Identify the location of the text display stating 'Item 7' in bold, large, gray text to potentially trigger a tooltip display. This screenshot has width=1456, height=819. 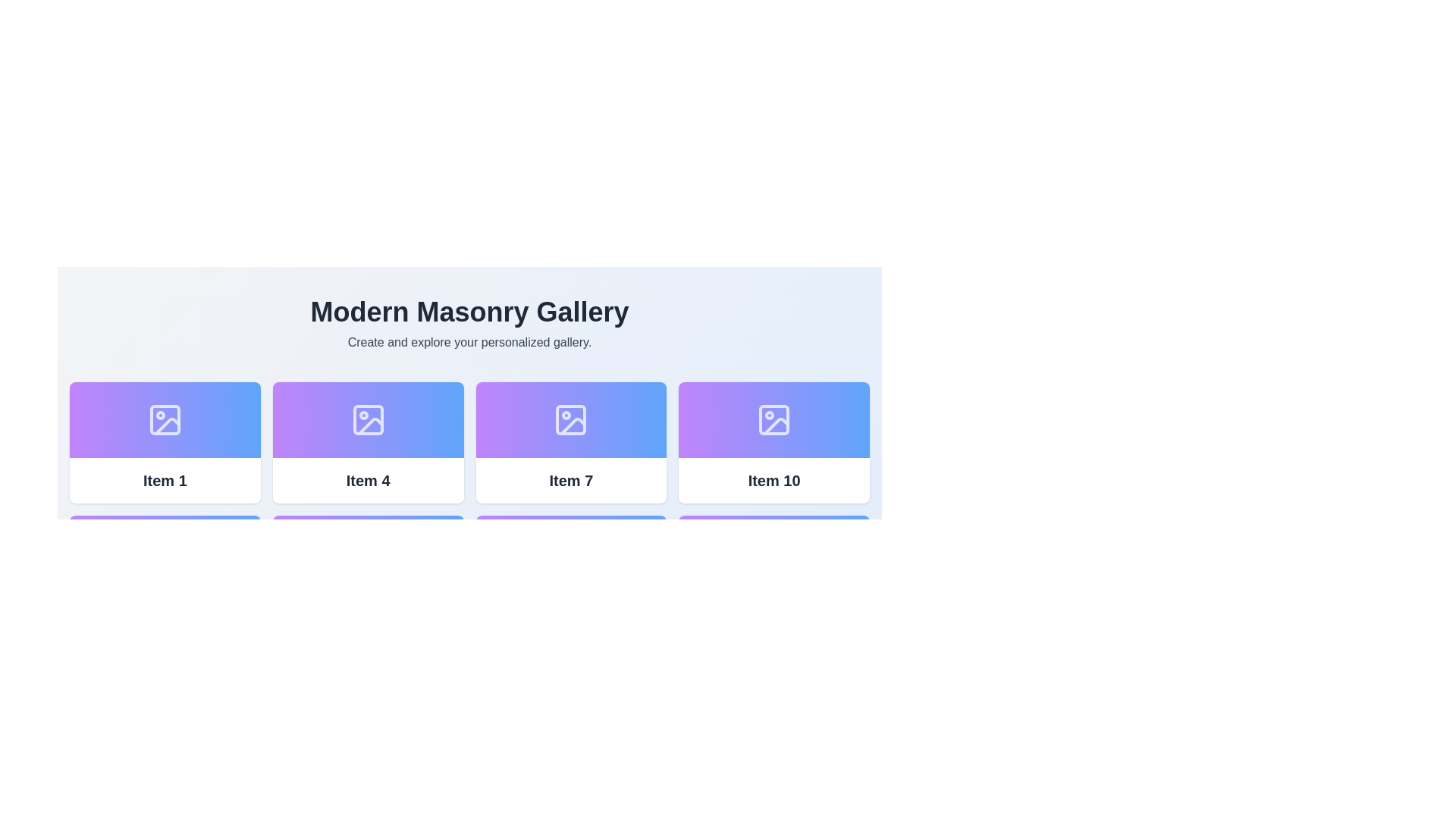
(570, 480).